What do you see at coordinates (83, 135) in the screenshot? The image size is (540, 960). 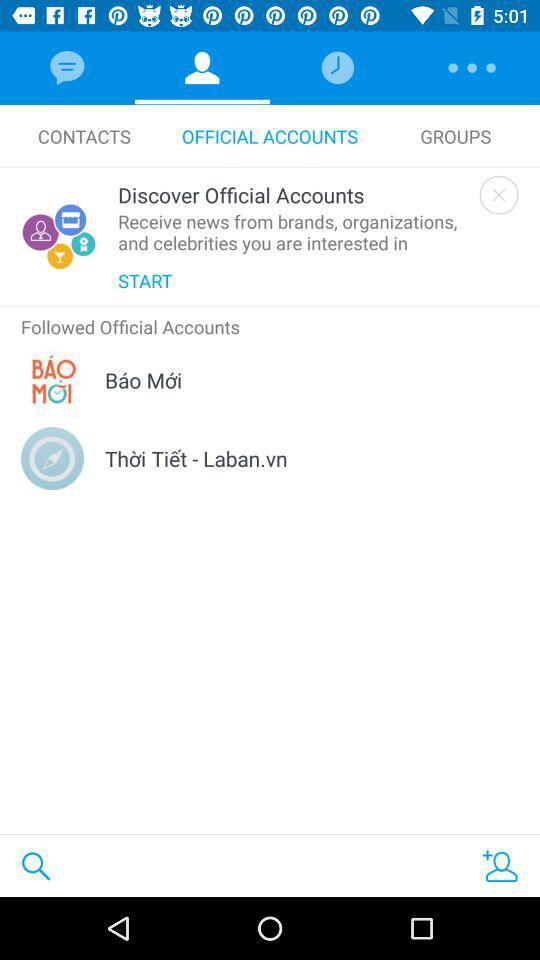 I see `item next to official accounts item` at bounding box center [83, 135].